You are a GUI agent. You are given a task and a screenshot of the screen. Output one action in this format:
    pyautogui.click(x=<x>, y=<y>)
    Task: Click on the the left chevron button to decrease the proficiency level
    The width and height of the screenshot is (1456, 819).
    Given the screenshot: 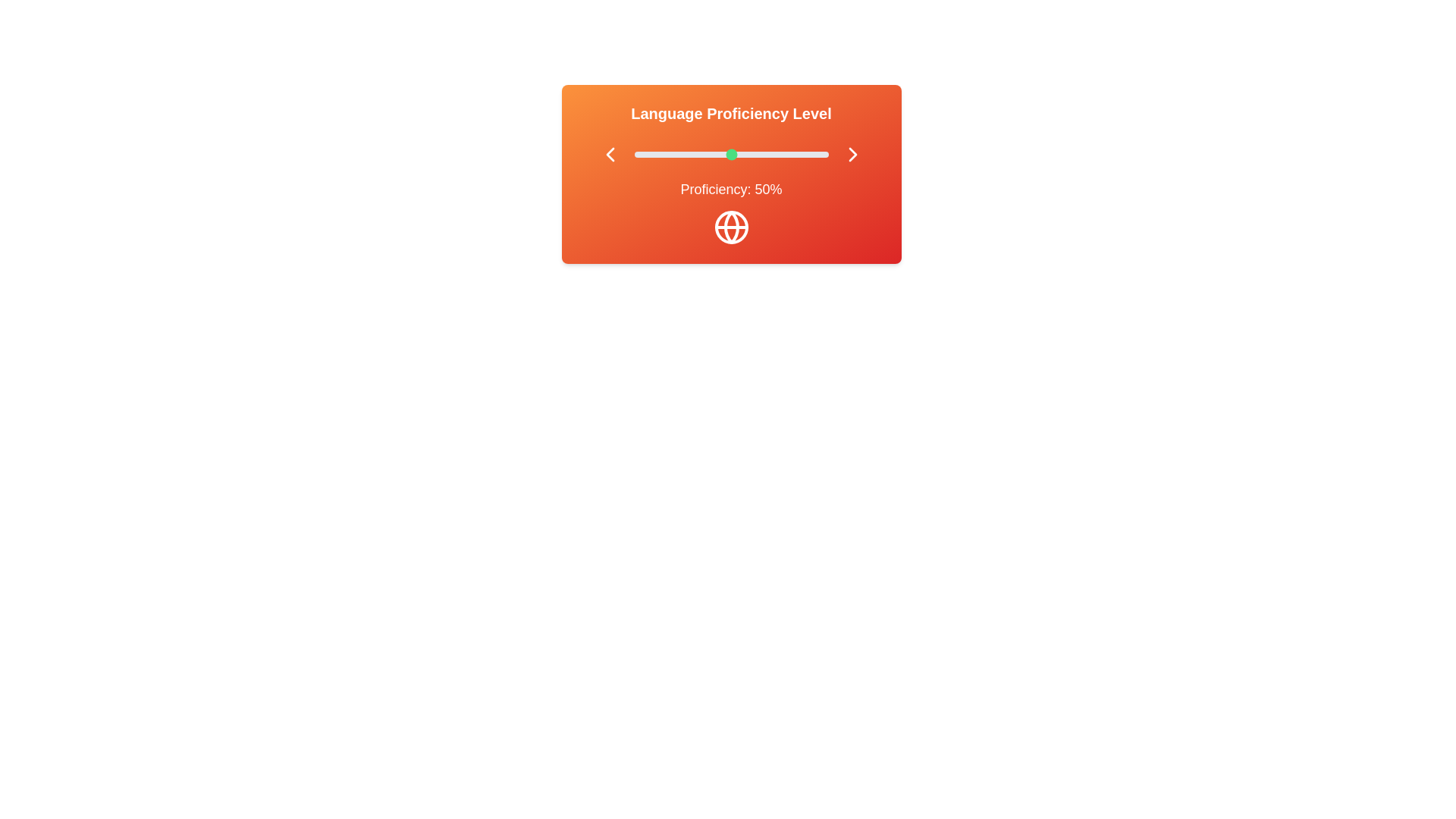 What is the action you would take?
    pyautogui.click(x=610, y=155)
    